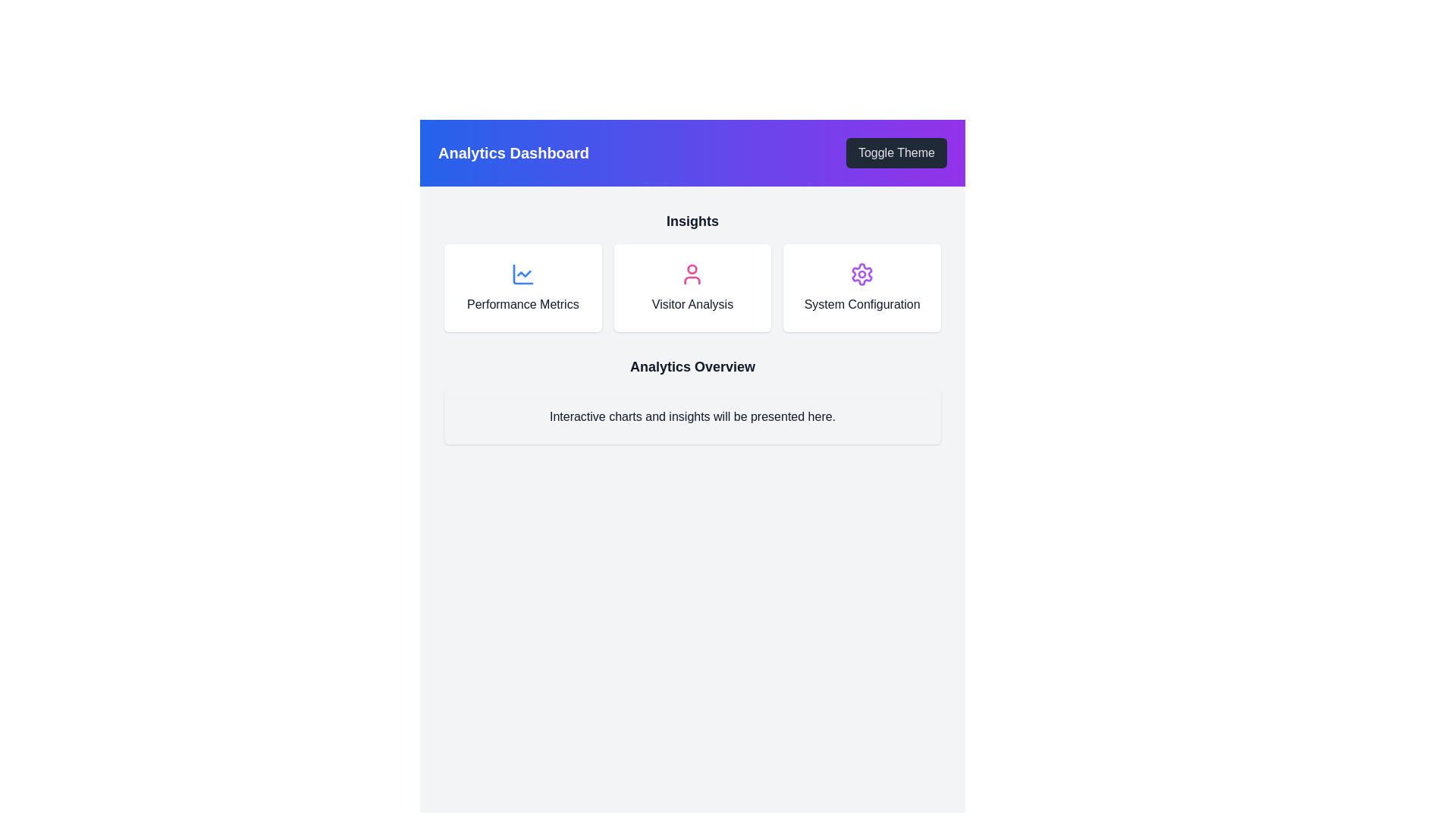 This screenshot has height=819, width=1456. What do you see at coordinates (896, 152) in the screenshot?
I see `the theme toggle button located in the header section, aligned to the right of the 'Analytics Dashboard' text, to observe any hover effects` at bounding box center [896, 152].